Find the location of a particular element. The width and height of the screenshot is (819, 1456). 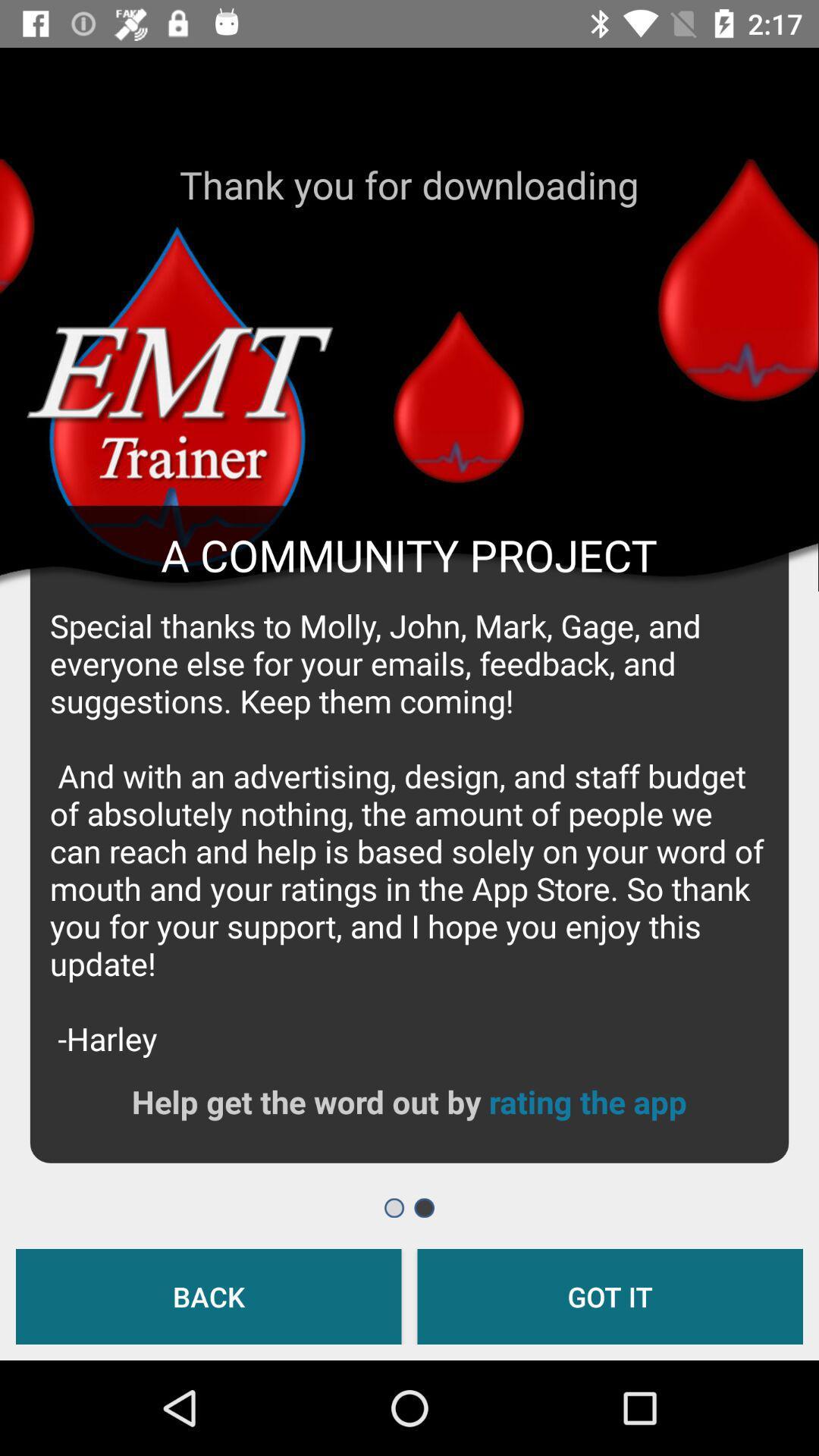

item below the special thanks to is located at coordinates (587, 1101).